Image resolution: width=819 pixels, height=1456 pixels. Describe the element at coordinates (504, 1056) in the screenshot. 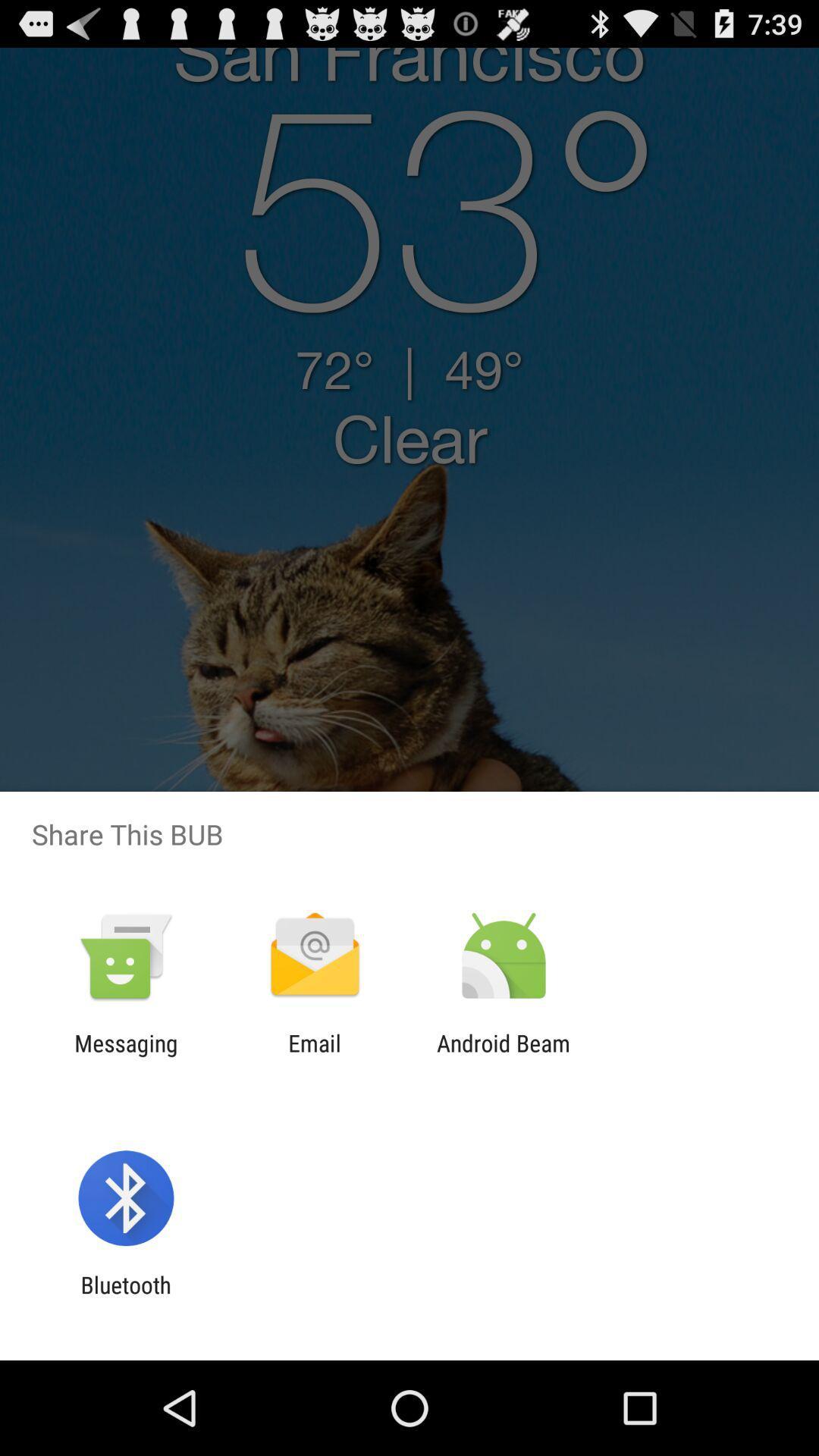

I see `the android beam item` at that location.